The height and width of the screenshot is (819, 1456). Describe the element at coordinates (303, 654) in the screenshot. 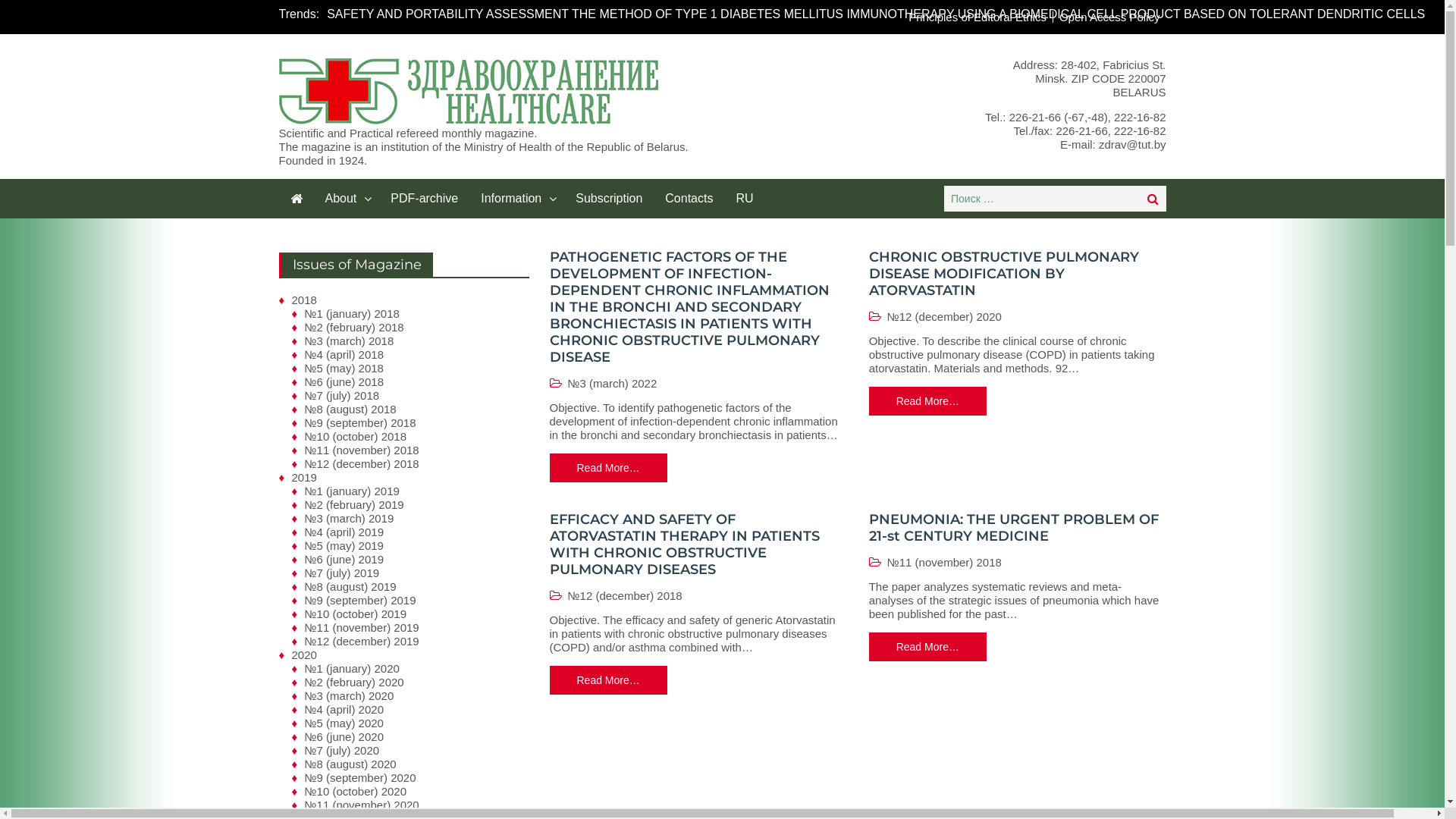

I see `'2020'` at that location.